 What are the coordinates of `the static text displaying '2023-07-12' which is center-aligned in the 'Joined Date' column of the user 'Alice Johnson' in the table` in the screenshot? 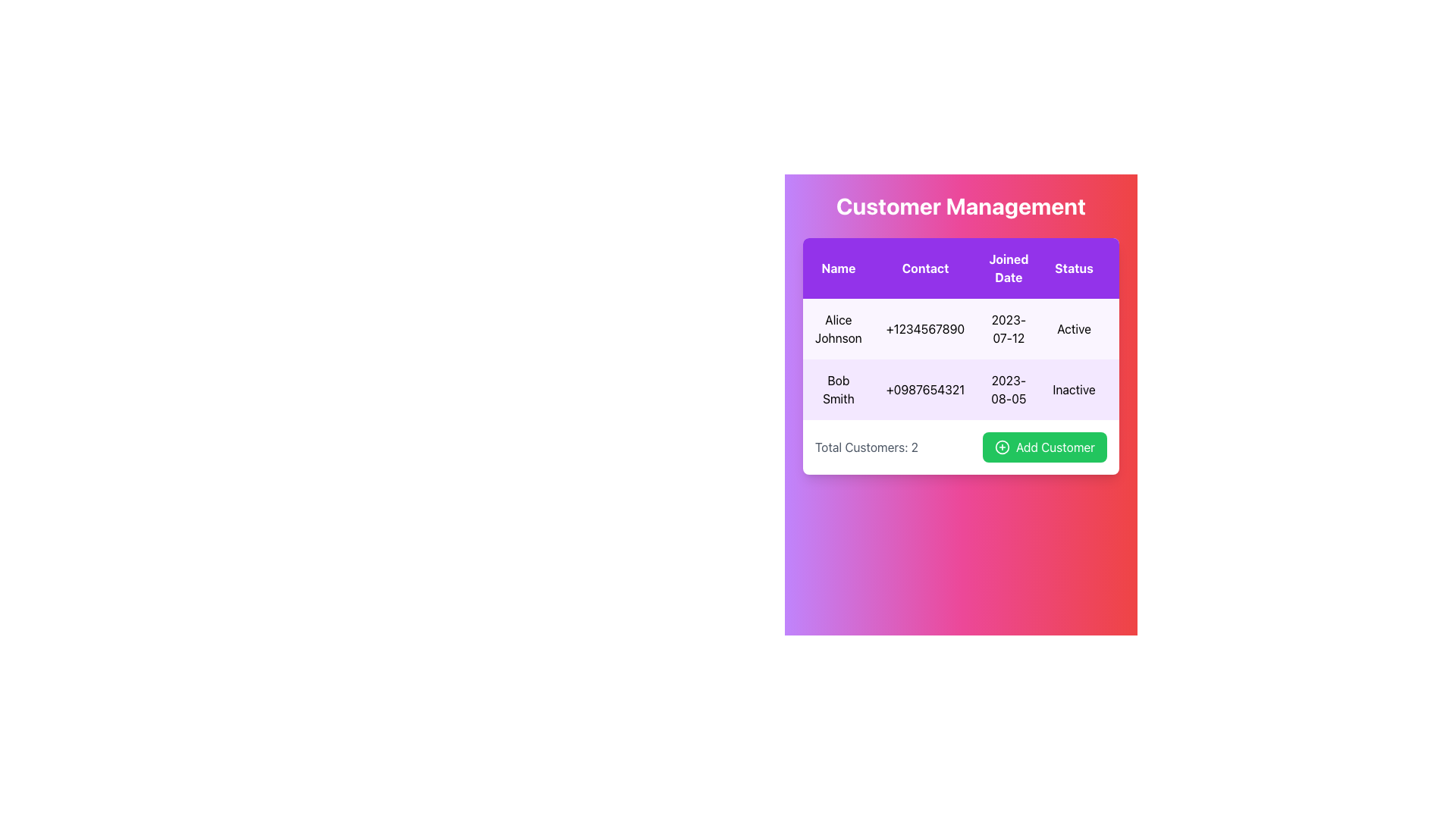 It's located at (1009, 328).